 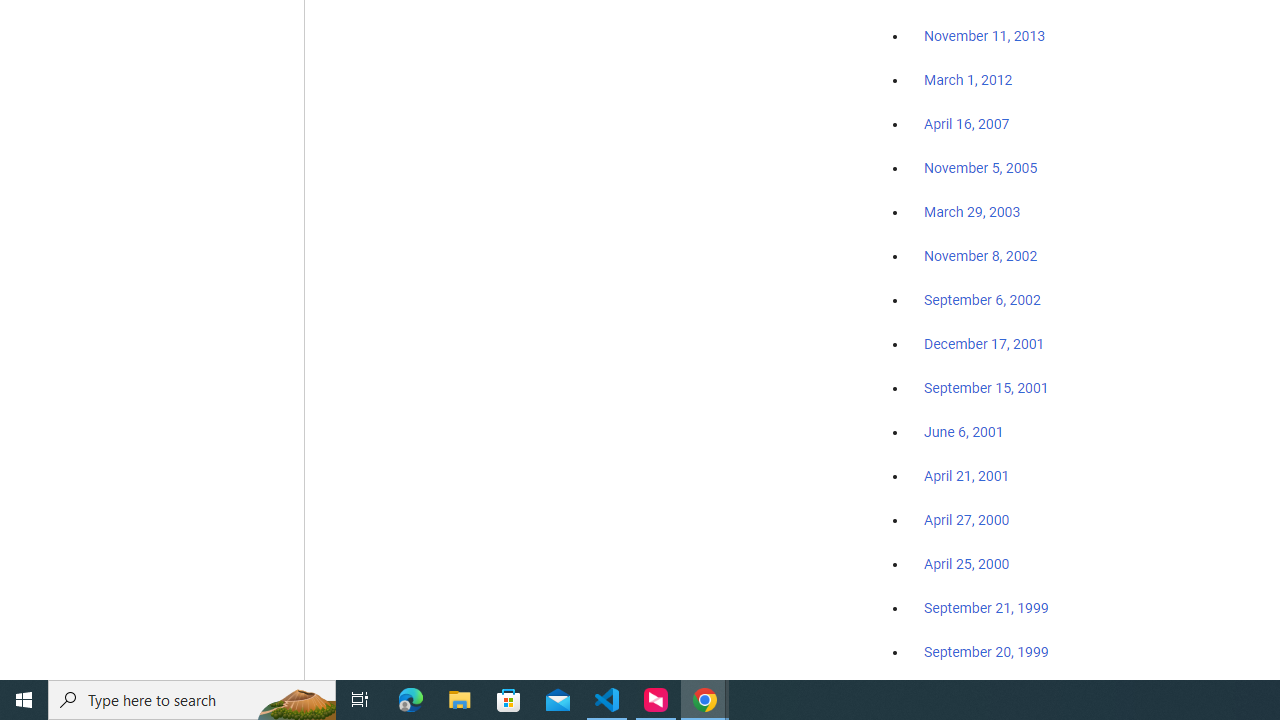 I want to click on 'September 15, 2001', so click(x=986, y=387).